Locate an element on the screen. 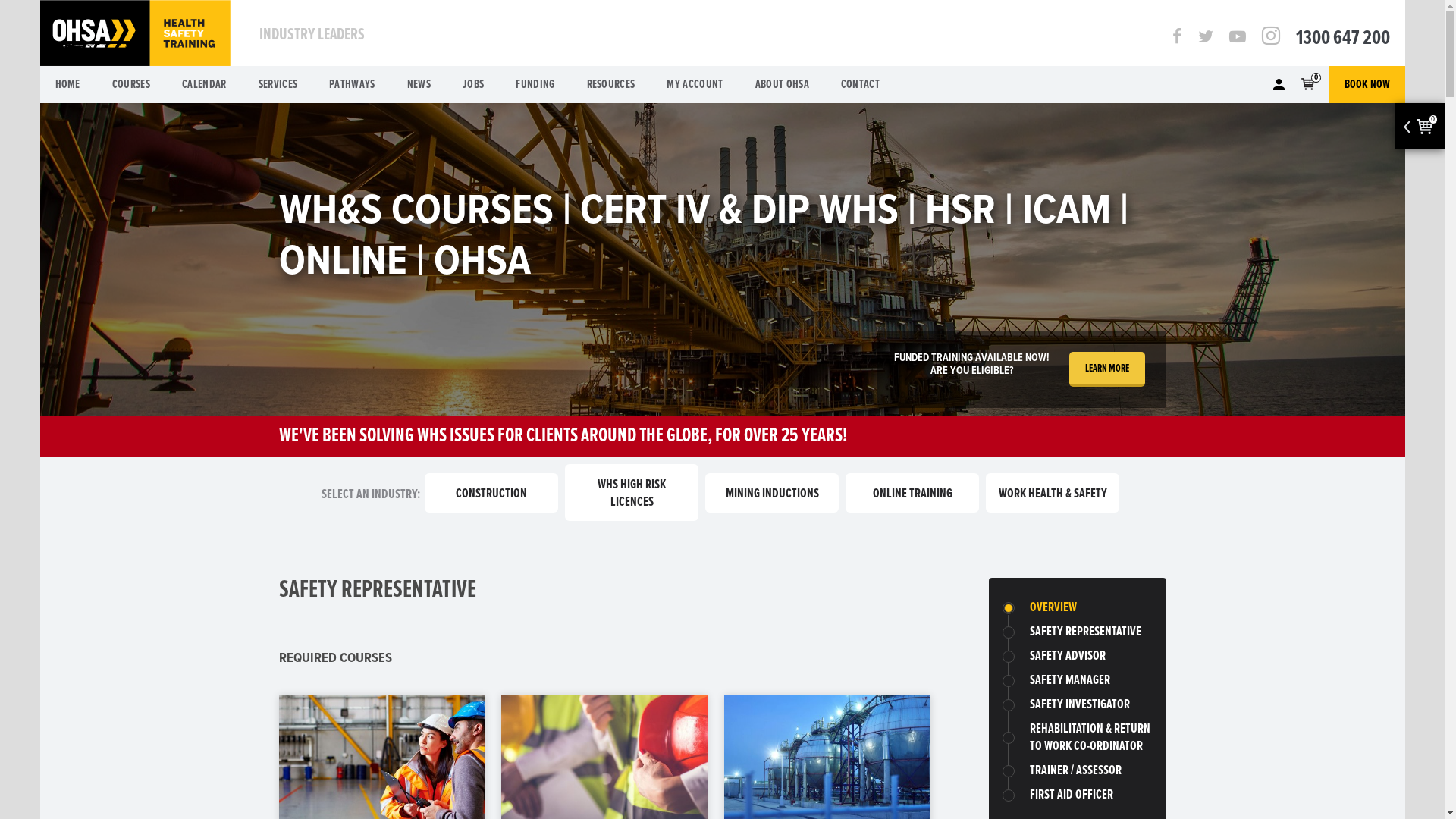 The height and width of the screenshot is (819, 1456). 'Twitter' is located at coordinates (1204, 37).